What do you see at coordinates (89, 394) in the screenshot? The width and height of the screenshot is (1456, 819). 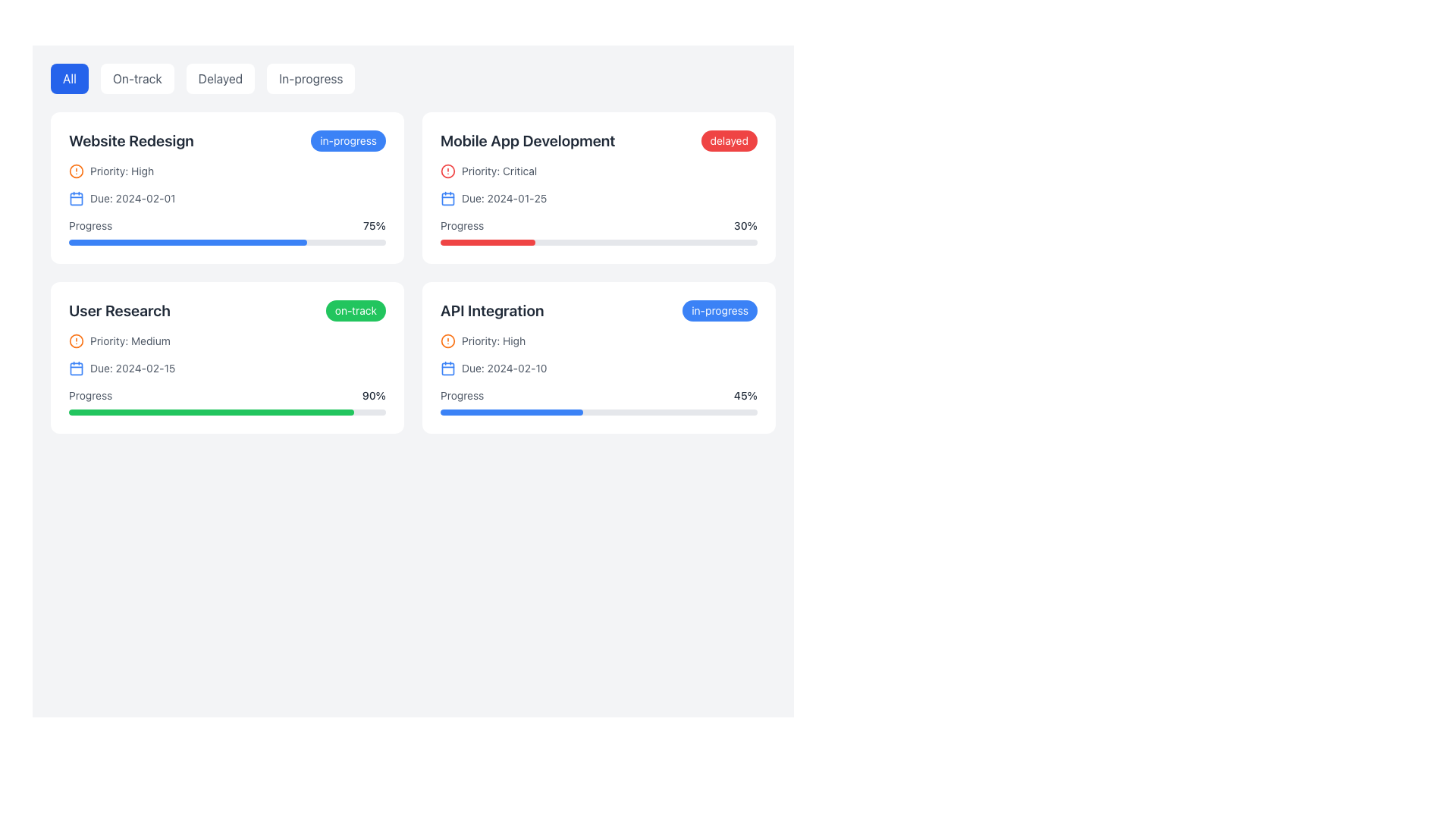 I see `'Progress' text label, which is a small gray-colored label located in the 'User Research' section card, positioned near the bottom of the card and aligned left near a progress bar` at bounding box center [89, 394].